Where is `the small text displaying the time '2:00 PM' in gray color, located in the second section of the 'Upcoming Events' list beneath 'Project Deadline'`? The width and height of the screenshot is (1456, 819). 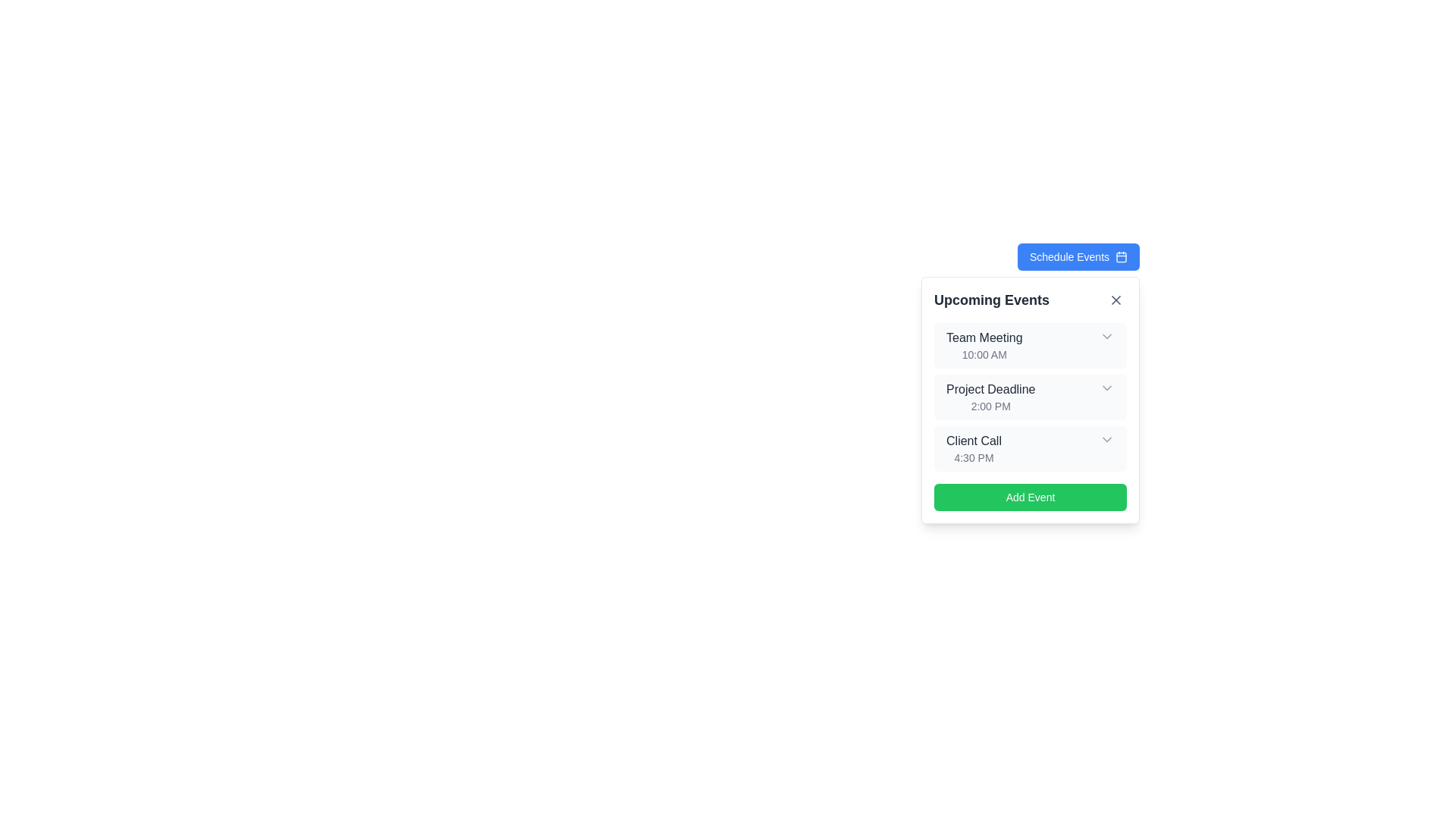 the small text displaying the time '2:00 PM' in gray color, located in the second section of the 'Upcoming Events' list beneath 'Project Deadline' is located at coordinates (990, 406).